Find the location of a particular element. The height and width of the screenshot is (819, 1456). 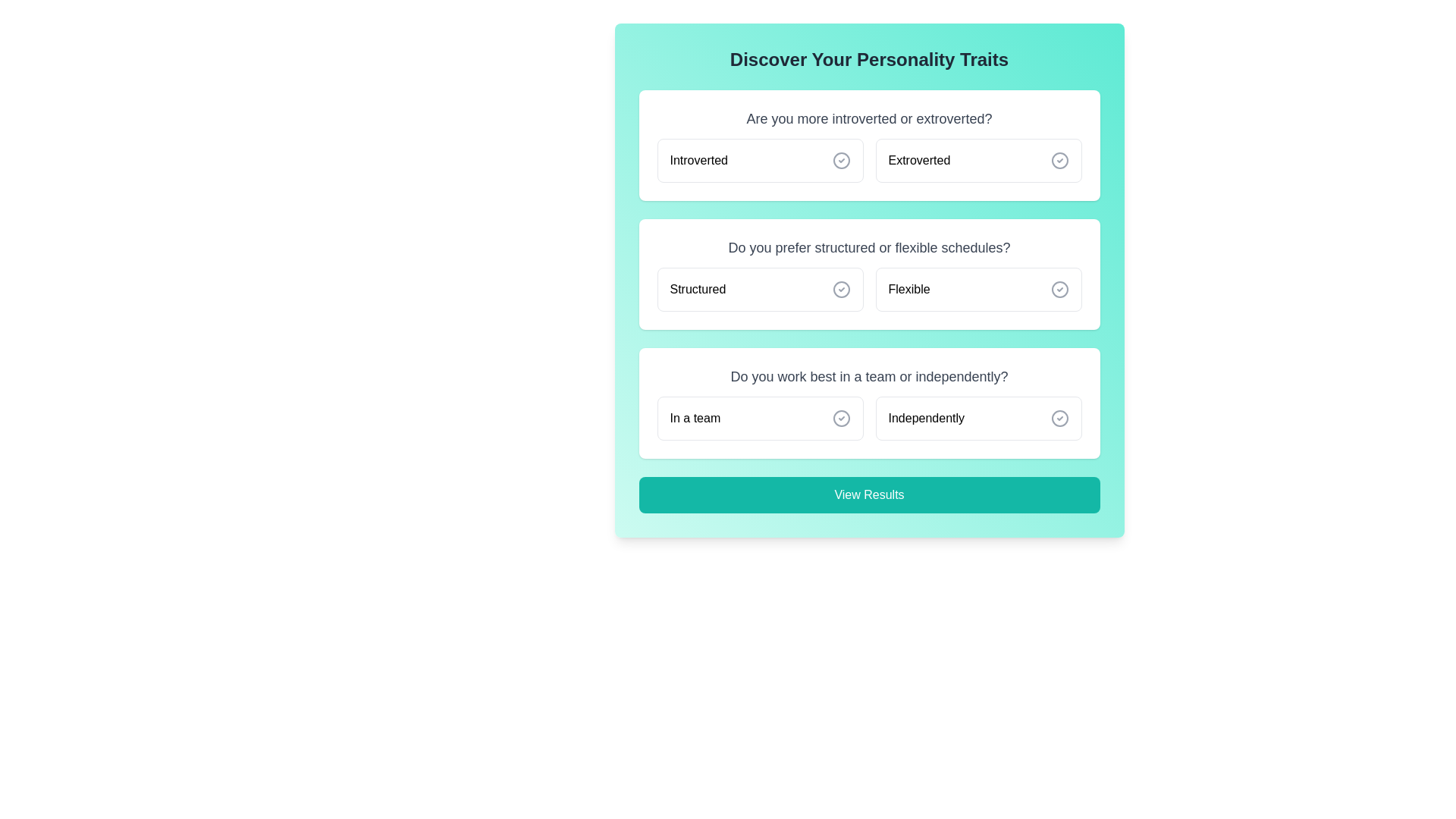

the 'Introverted' button or selectable option card located is located at coordinates (760, 161).